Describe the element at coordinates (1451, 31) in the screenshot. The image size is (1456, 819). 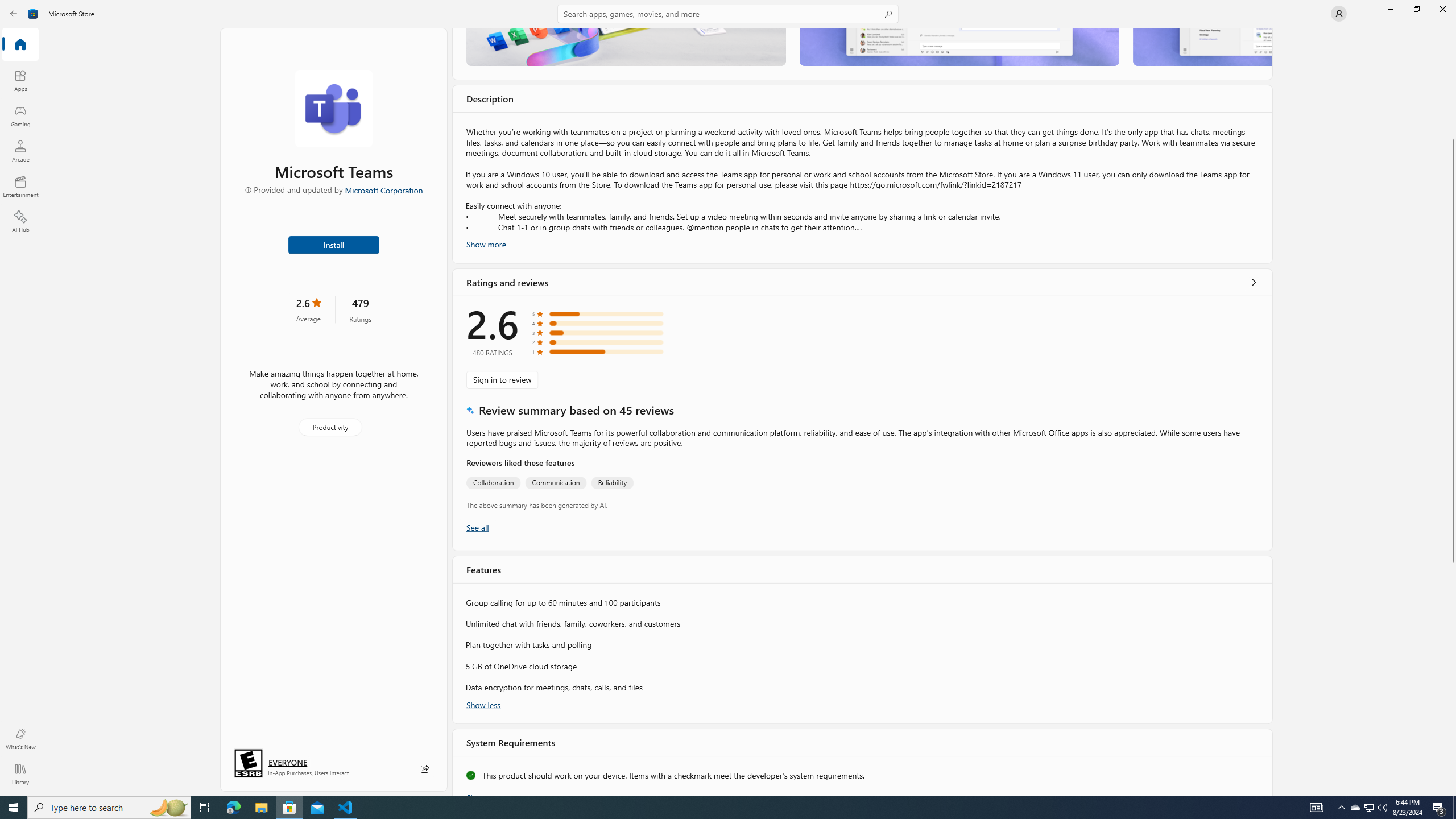
I see `'Vertical Small Decrease'` at that location.